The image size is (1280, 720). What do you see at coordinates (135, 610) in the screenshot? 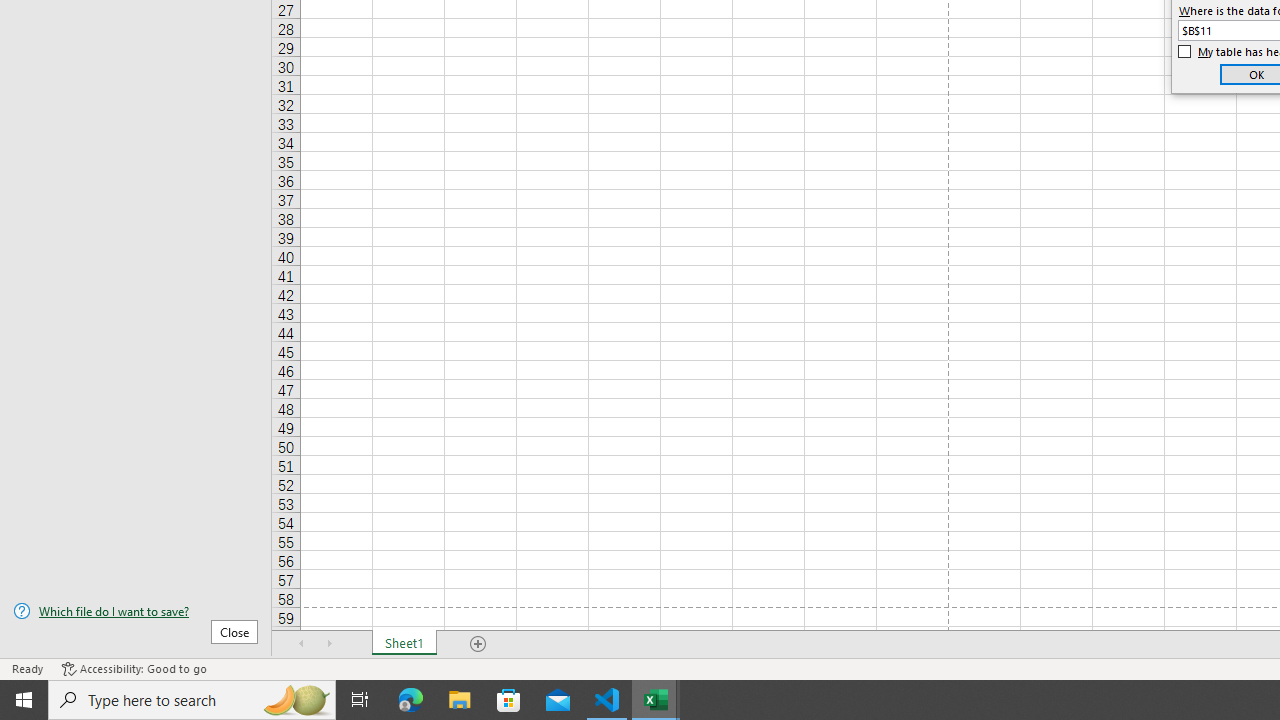
I see `'Which file do I want to save?'` at bounding box center [135, 610].